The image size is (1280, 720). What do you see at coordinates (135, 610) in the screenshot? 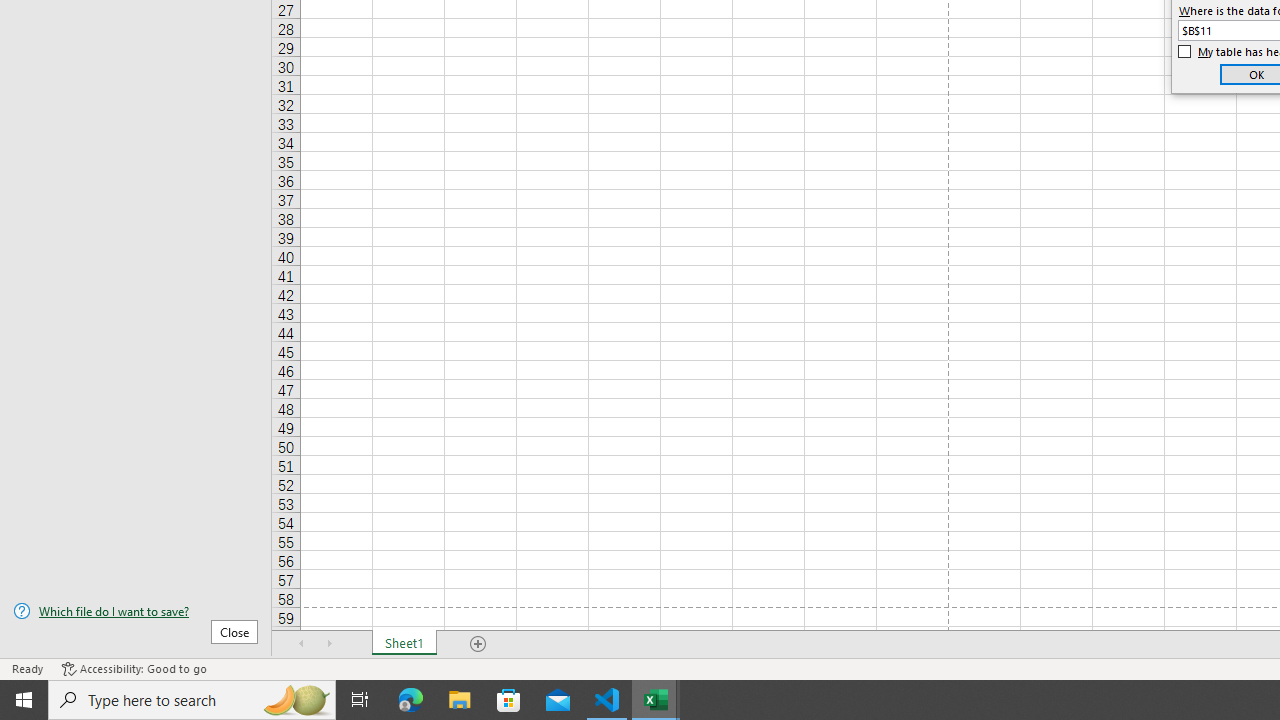
I see `'Which file do I want to save?'` at bounding box center [135, 610].